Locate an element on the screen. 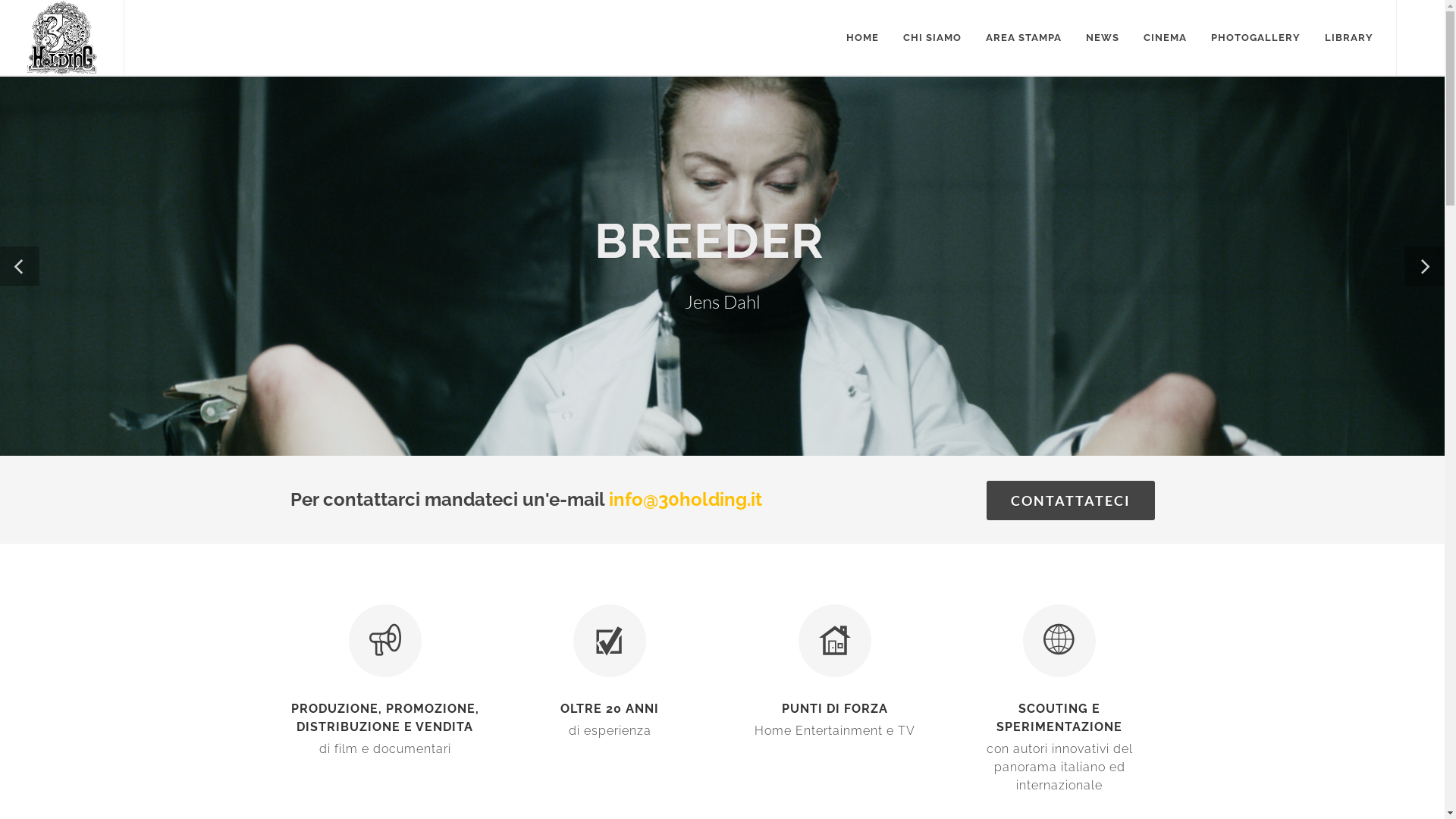 The width and height of the screenshot is (1456, 819). 'AREA STAMPA' is located at coordinates (974, 37).